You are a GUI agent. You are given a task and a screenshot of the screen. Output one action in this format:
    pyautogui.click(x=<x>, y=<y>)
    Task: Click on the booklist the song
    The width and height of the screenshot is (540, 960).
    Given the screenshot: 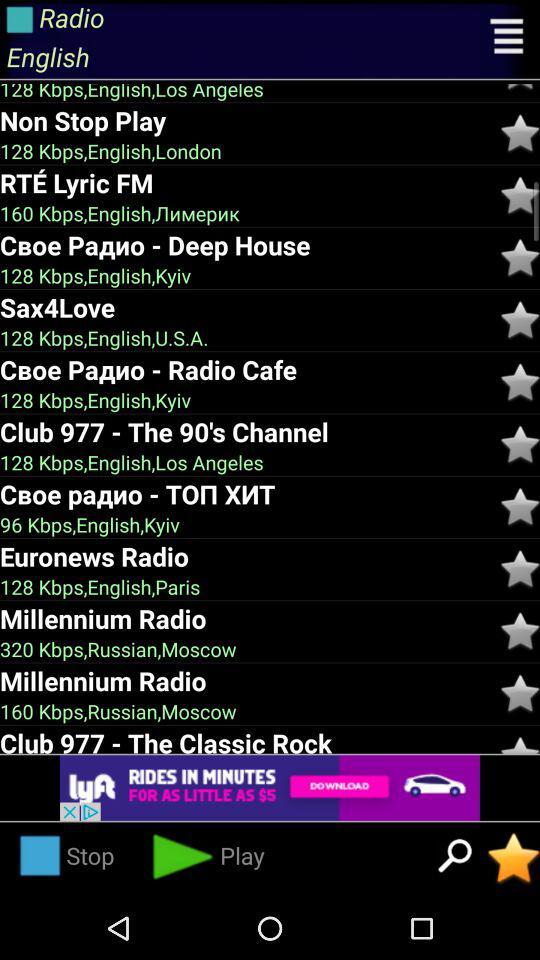 What is the action you would take?
    pyautogui.click(x=520, y=257)
    